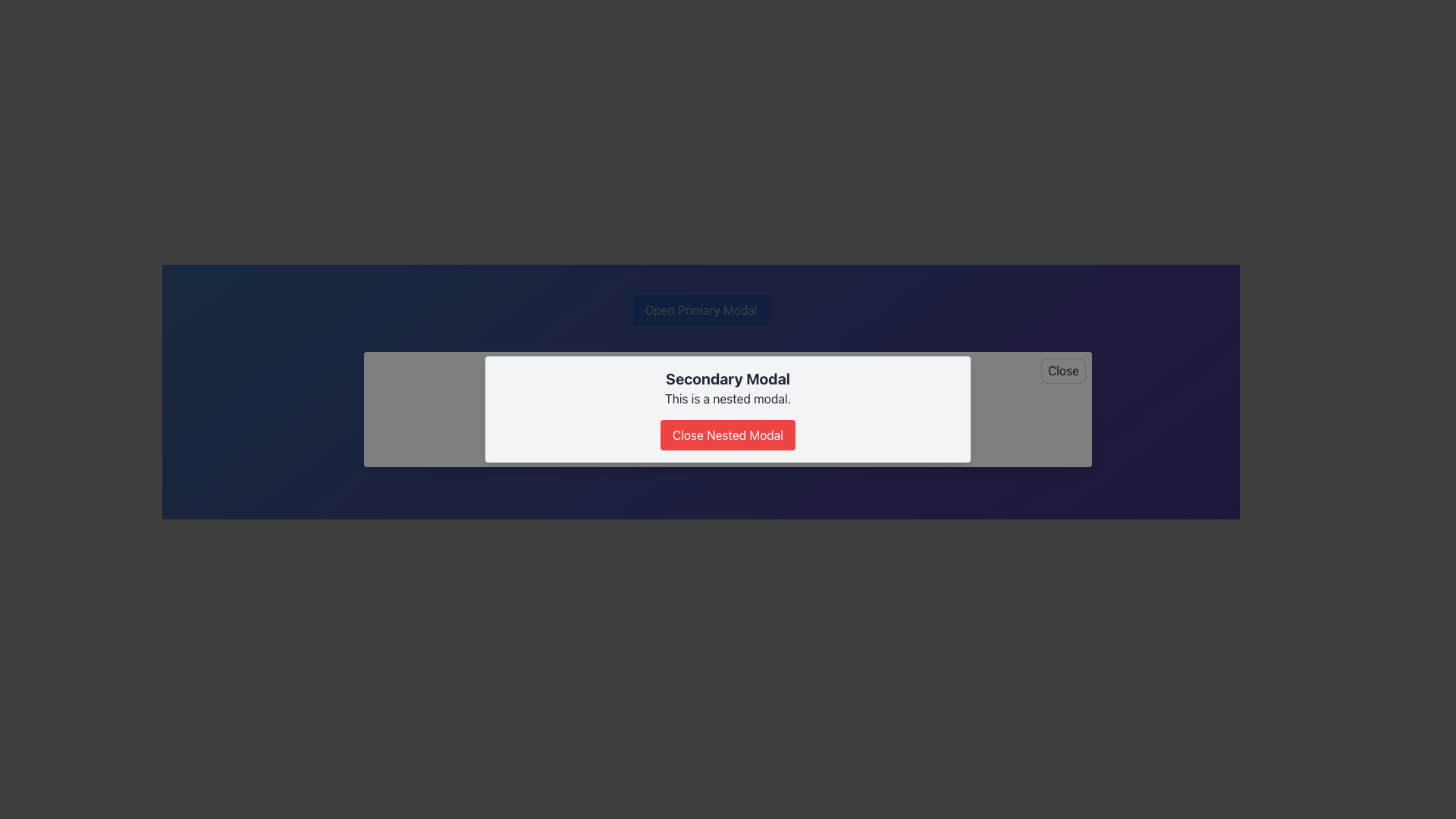 The width and height of the screenshot is (1456, 819). I want to click on text label that displays 'This is a nested modal.' which is located beneath the title 'Secondary Modal' in the light background modal interface, so click(728, 397).